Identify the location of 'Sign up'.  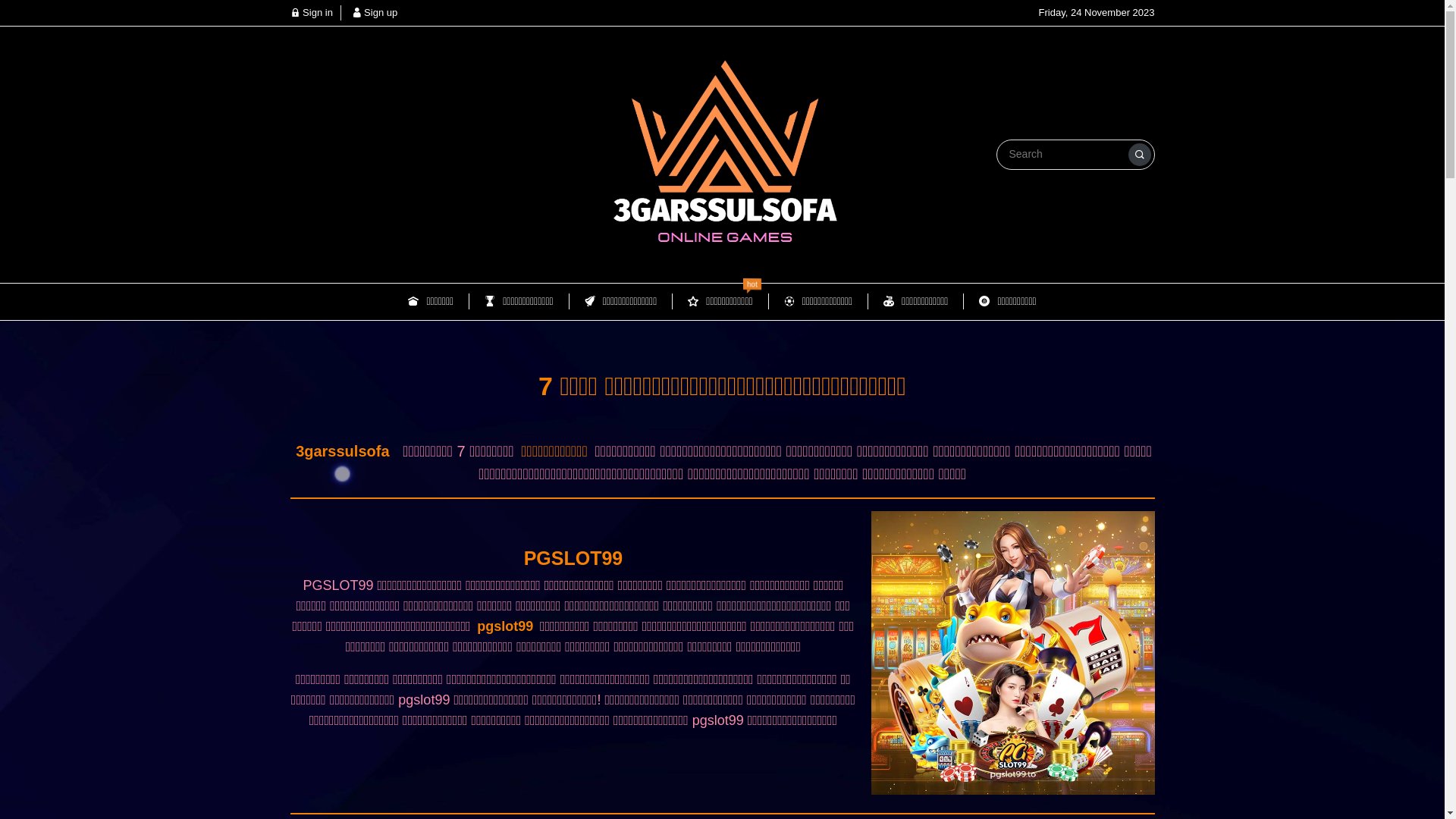
(375, 12).